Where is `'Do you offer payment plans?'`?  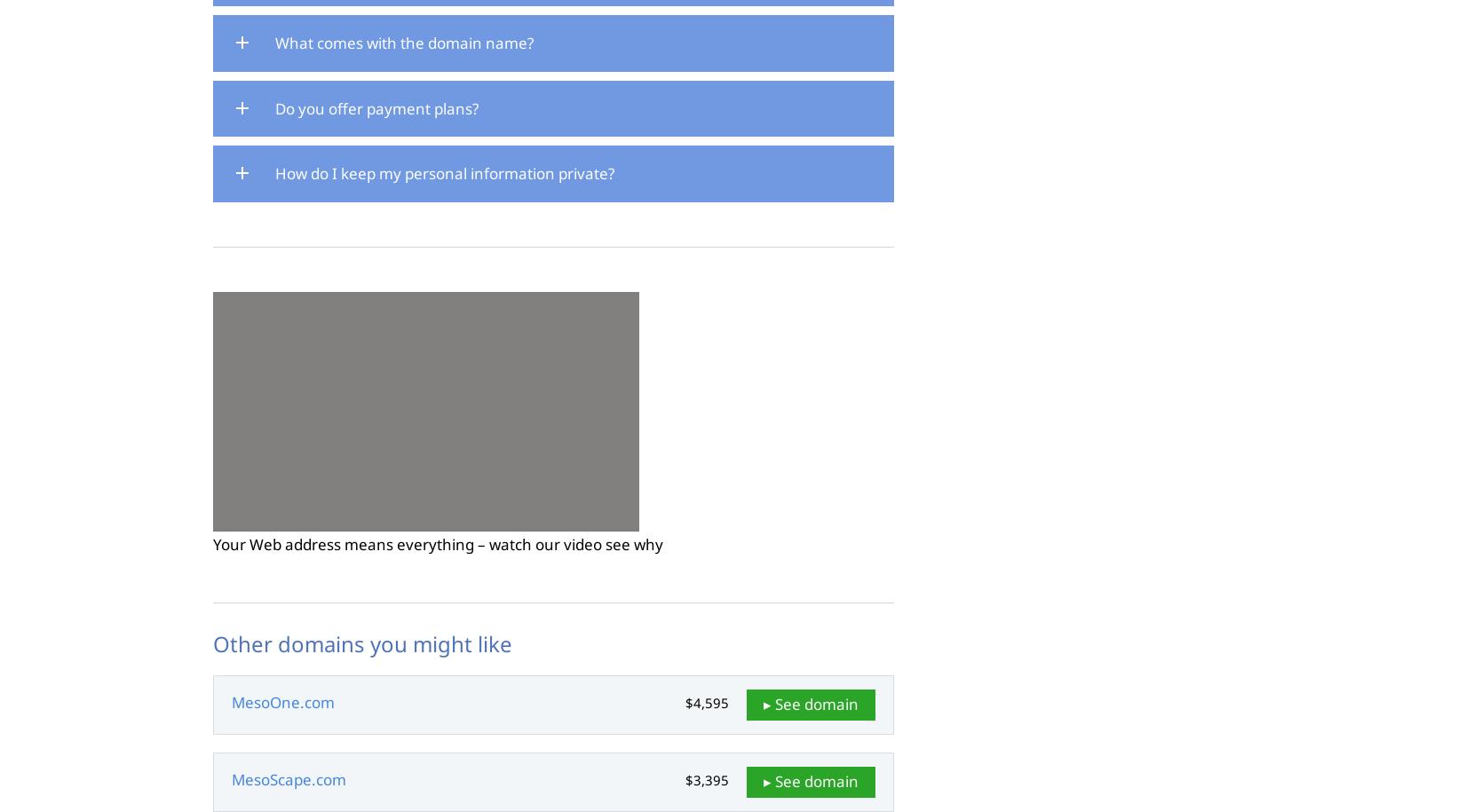 'Do you offer payment plans?' is located at coordinates (376, 107).